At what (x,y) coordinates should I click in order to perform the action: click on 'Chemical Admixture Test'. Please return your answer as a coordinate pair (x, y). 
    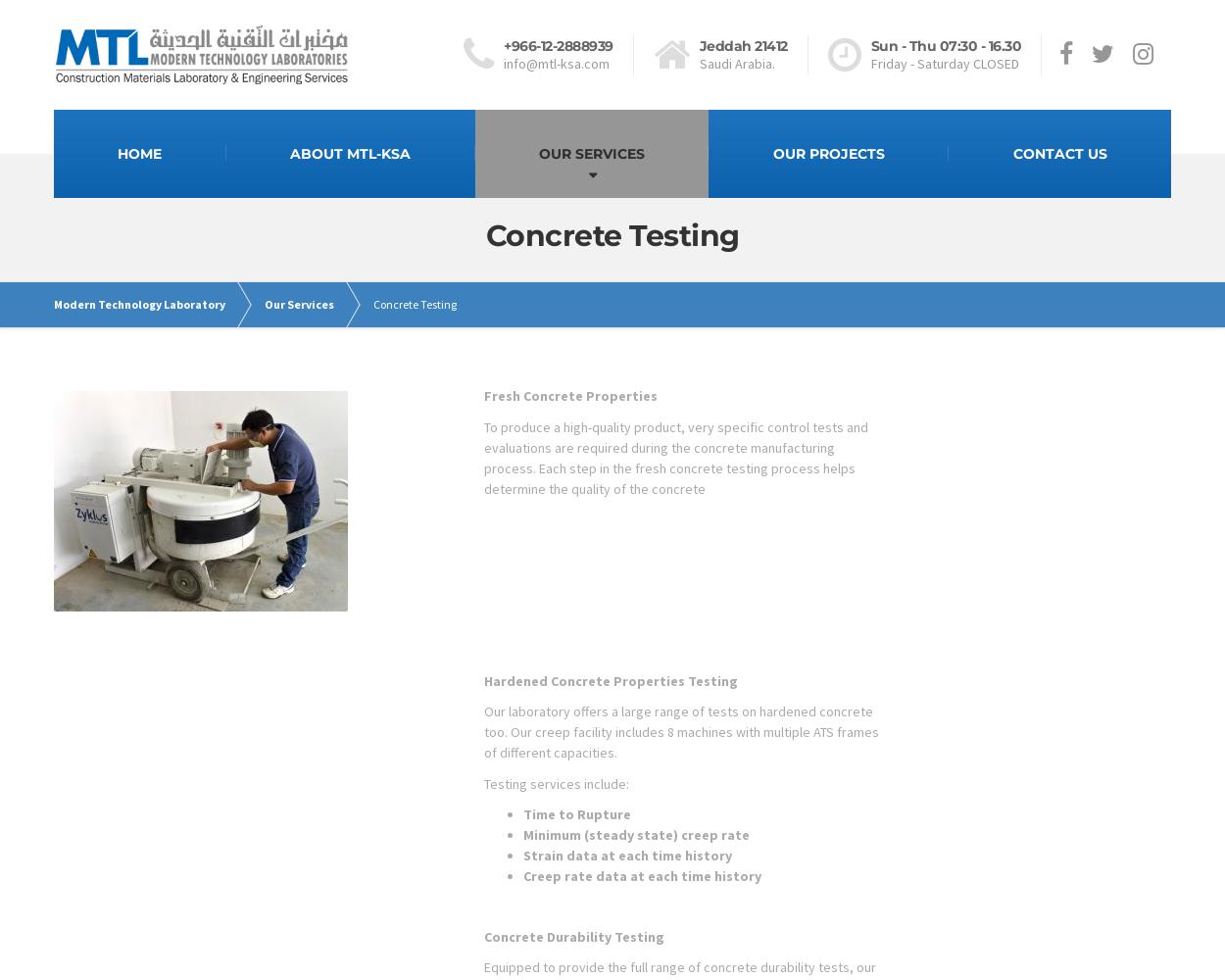
    Looking at the image, I should click on (504, 446).